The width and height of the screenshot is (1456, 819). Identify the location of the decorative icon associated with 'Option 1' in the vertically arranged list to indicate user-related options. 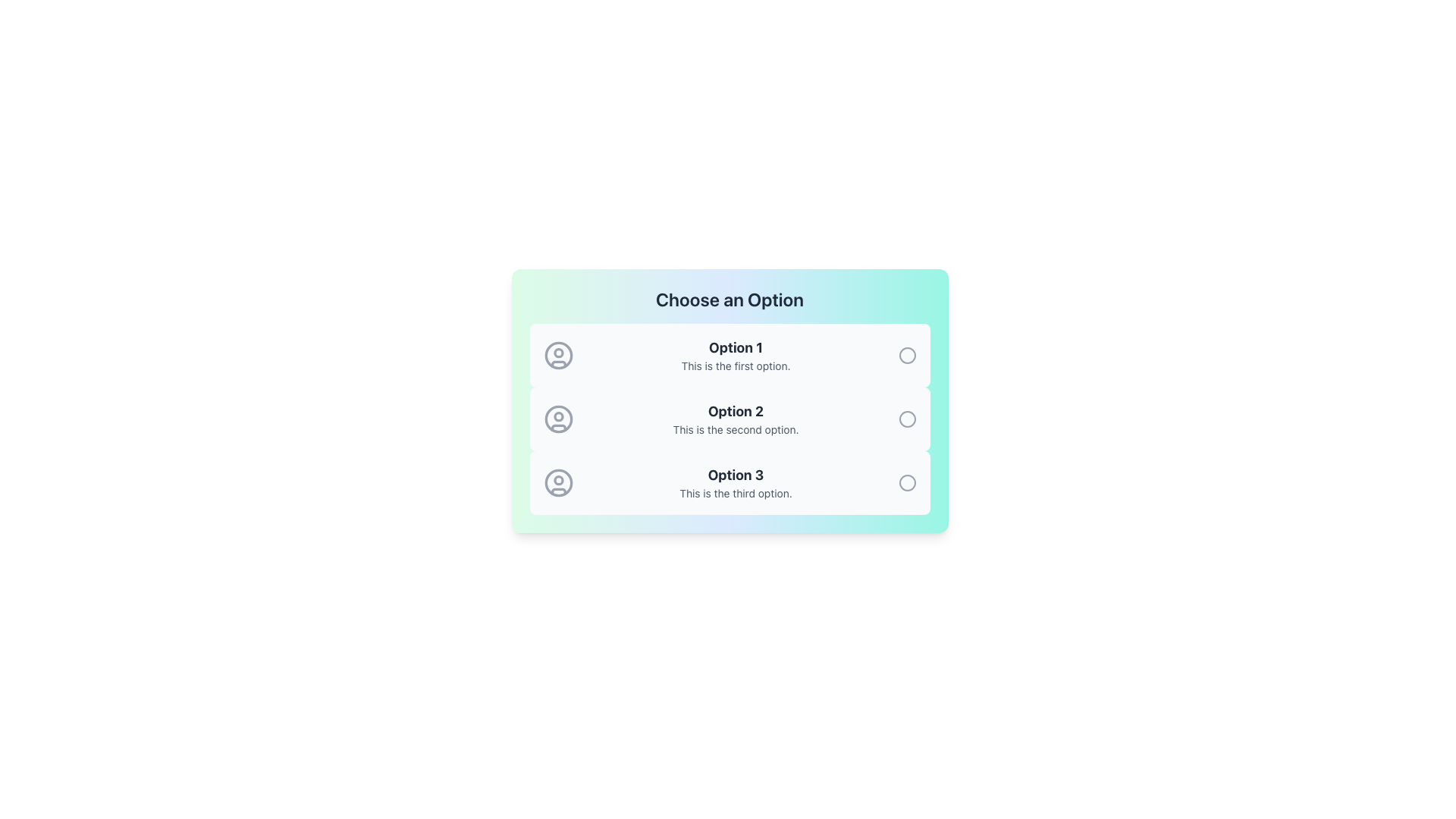
(557, 356).